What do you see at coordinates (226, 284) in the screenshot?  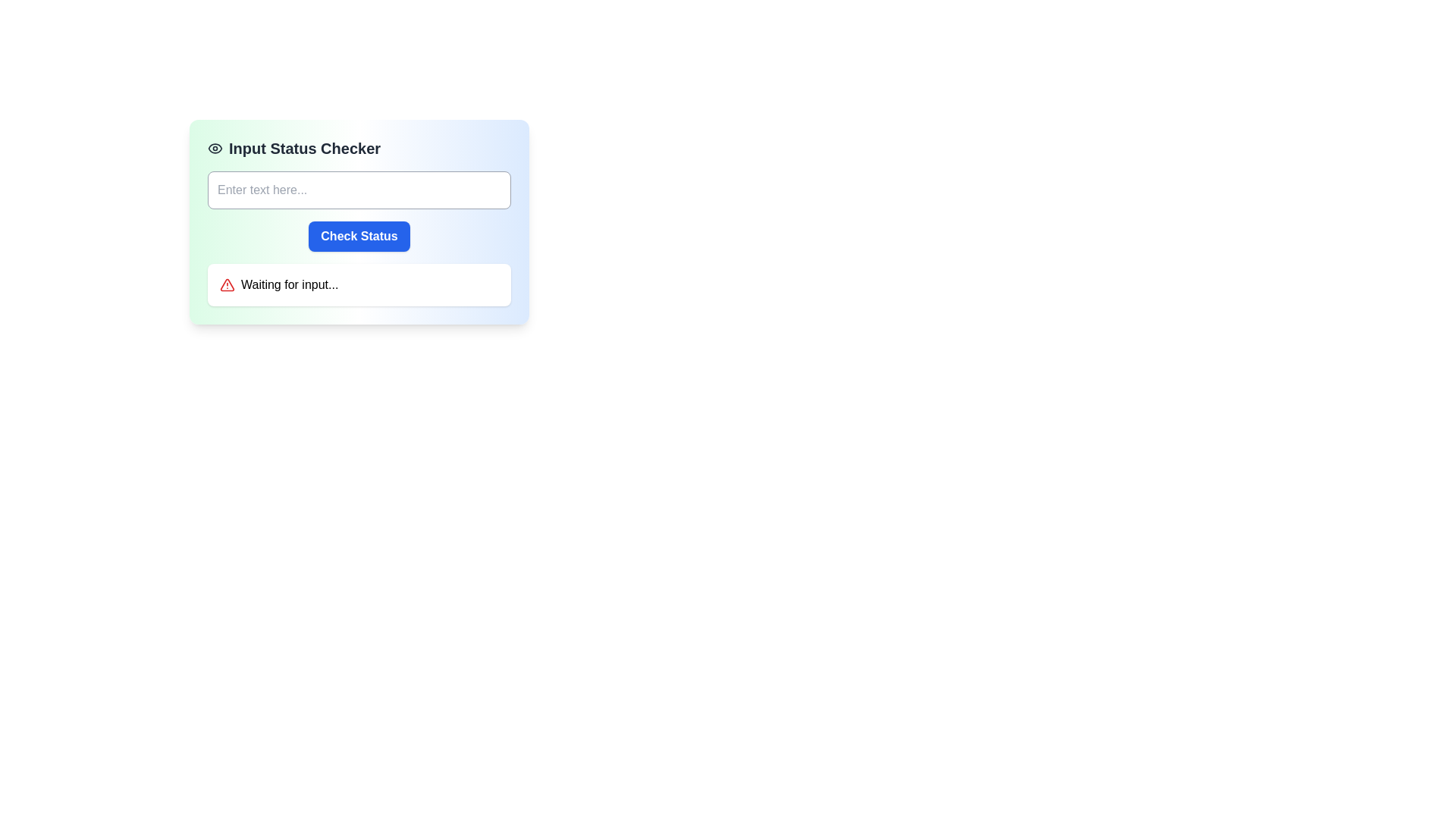 I see `the warning icon located to the far left of the message 'Waiting for input...' in the lower white section of the card` at bounding box center [226, 284].